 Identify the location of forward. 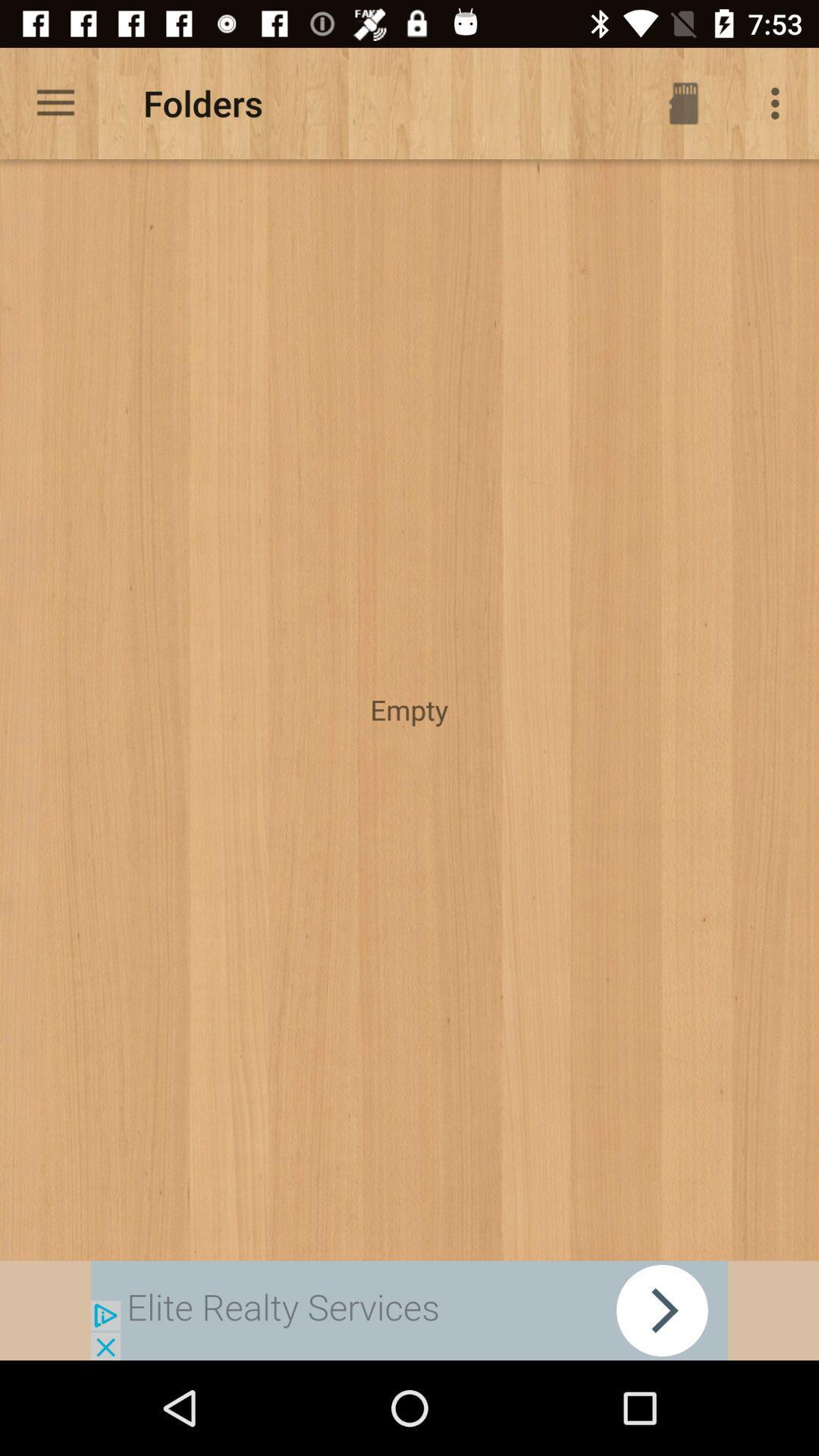
(409, 1310).